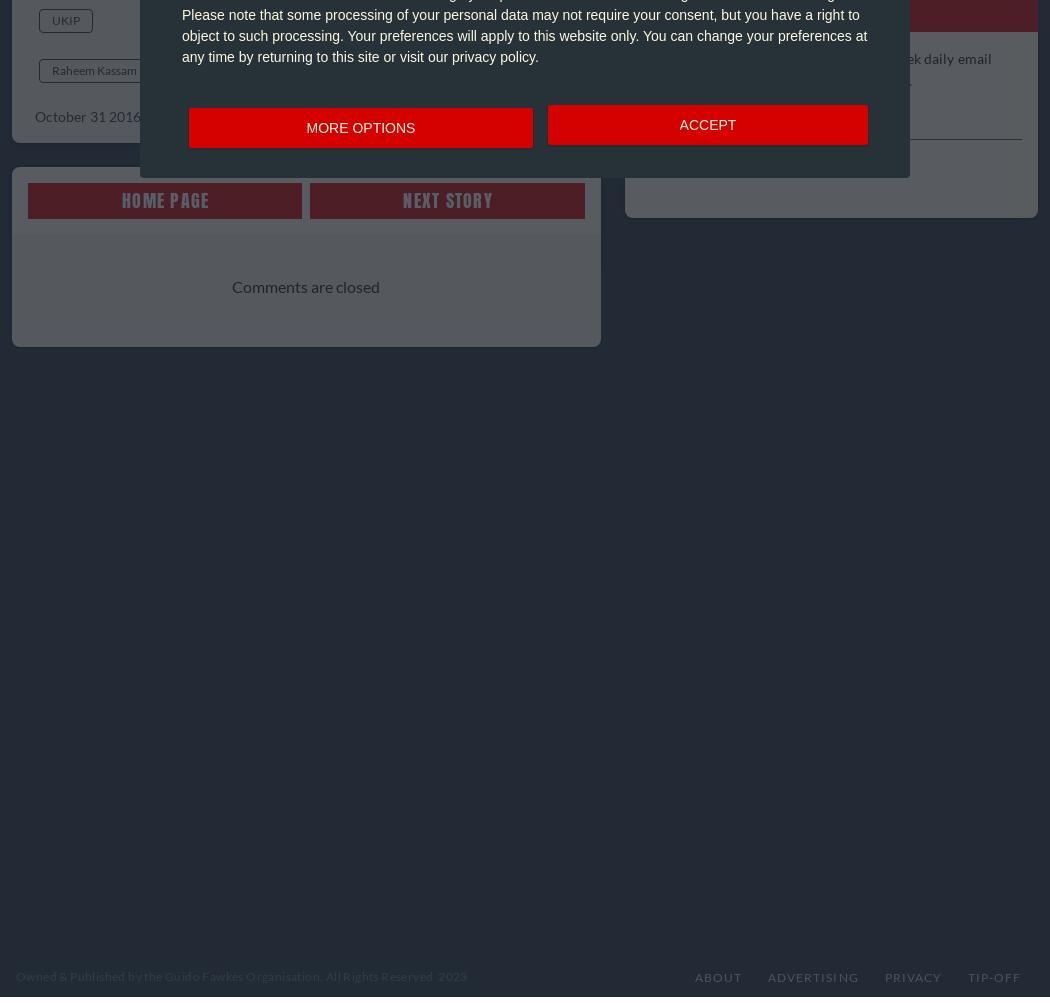  Describe the element at coordinates (165, 199) in the screenshot. I see `'Home Page'` at that location.